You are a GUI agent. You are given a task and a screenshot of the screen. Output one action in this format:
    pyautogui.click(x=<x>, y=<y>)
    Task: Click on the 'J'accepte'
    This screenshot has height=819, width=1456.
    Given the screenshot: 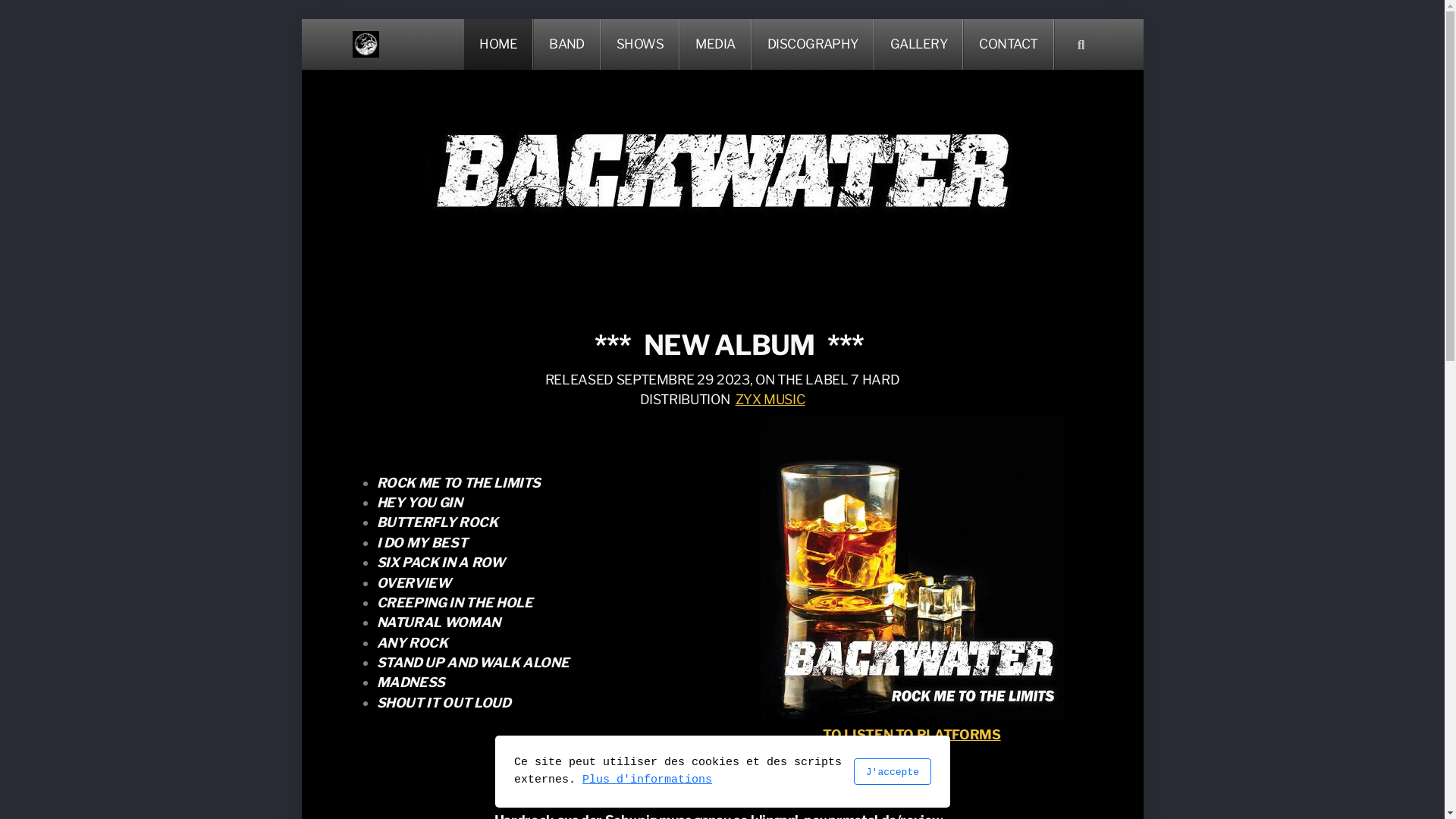 What is the action you would take?
    pyautogui.click(x=852, y=771)
    